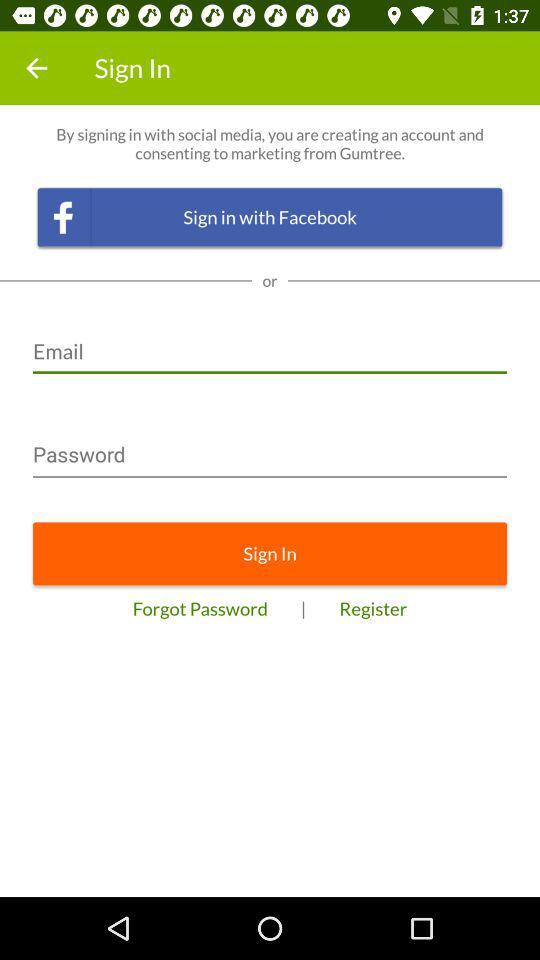 This screenshot has width=540, height=960. I want to click on icon below sign in icon, so click(373, 607).